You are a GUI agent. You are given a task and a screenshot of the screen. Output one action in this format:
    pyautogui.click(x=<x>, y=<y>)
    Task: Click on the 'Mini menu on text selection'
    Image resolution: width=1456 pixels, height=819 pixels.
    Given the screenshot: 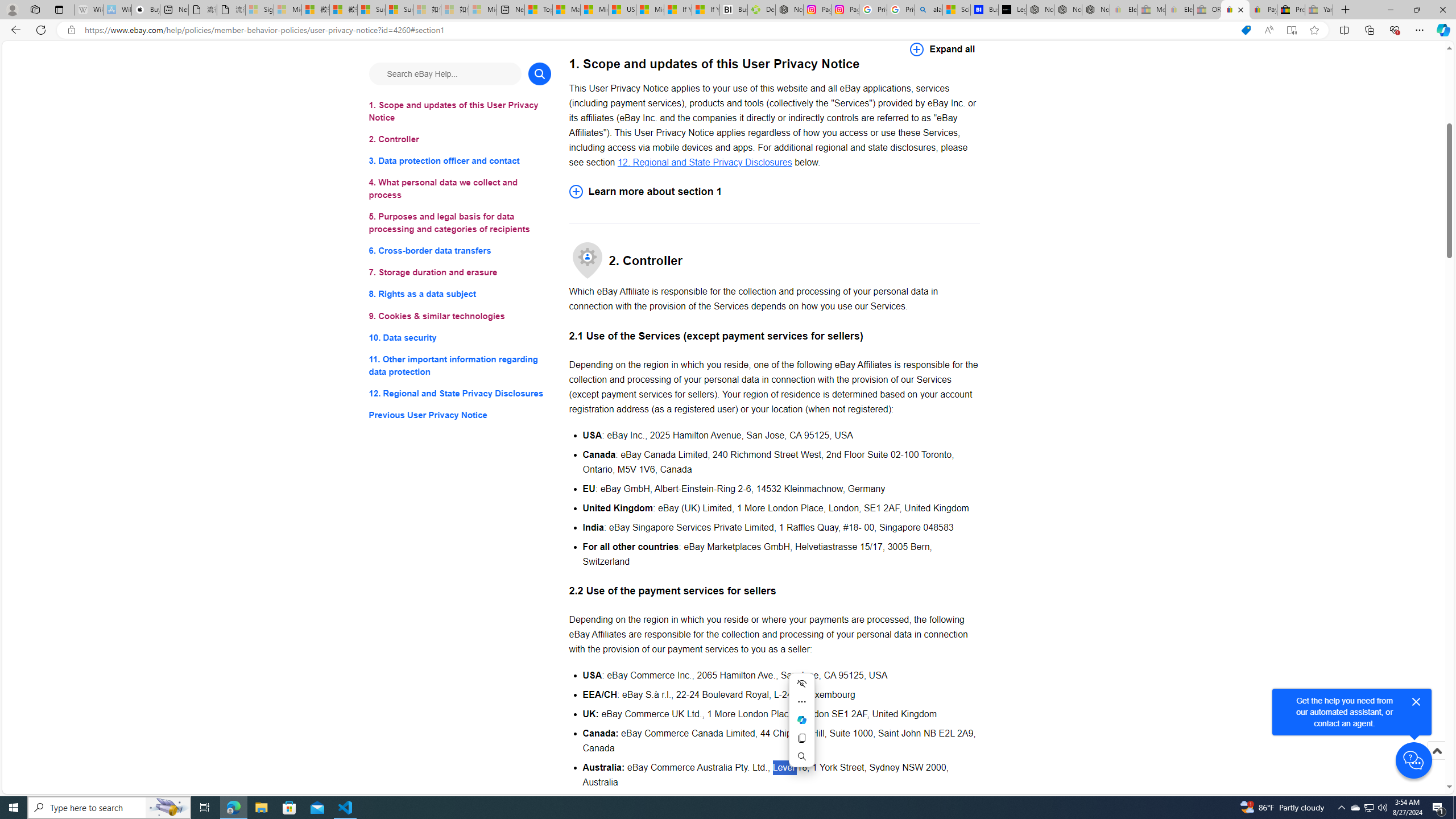 What is the action you would take?
    pyautogui.click(x=802, y=727)
    